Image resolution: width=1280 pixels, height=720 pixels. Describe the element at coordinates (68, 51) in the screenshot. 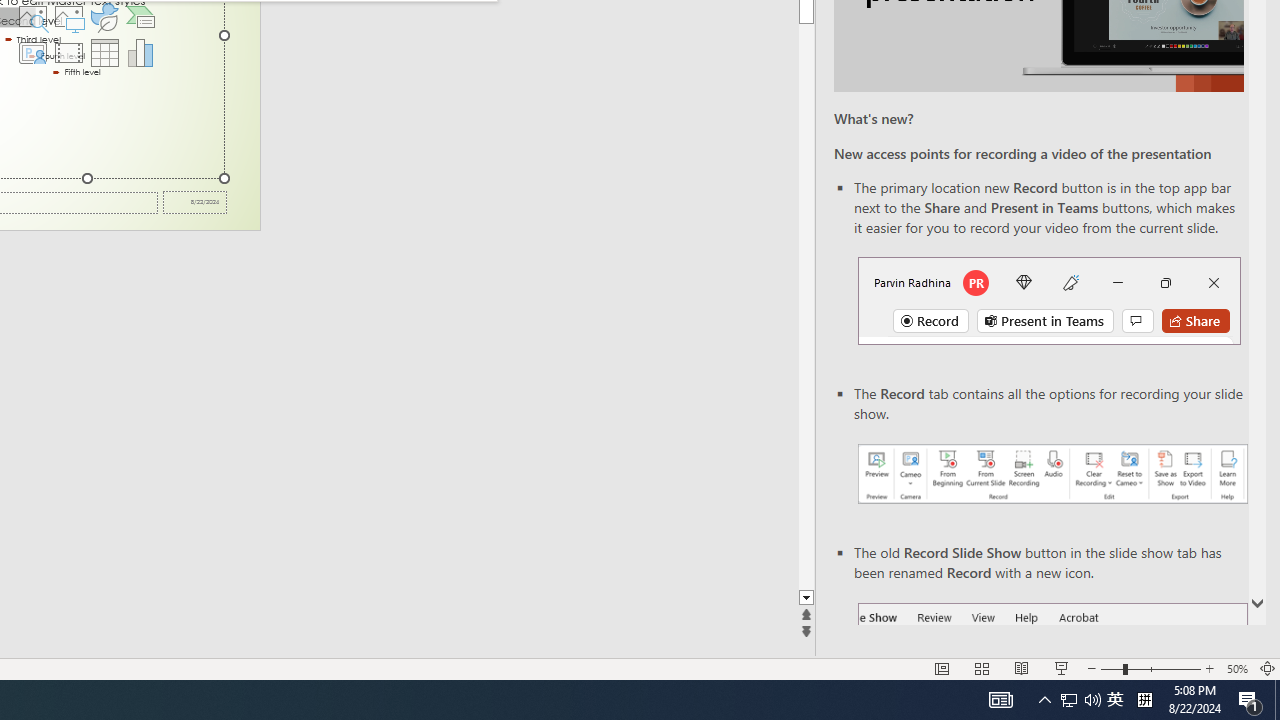

I see `'Insert Video'` at that location.